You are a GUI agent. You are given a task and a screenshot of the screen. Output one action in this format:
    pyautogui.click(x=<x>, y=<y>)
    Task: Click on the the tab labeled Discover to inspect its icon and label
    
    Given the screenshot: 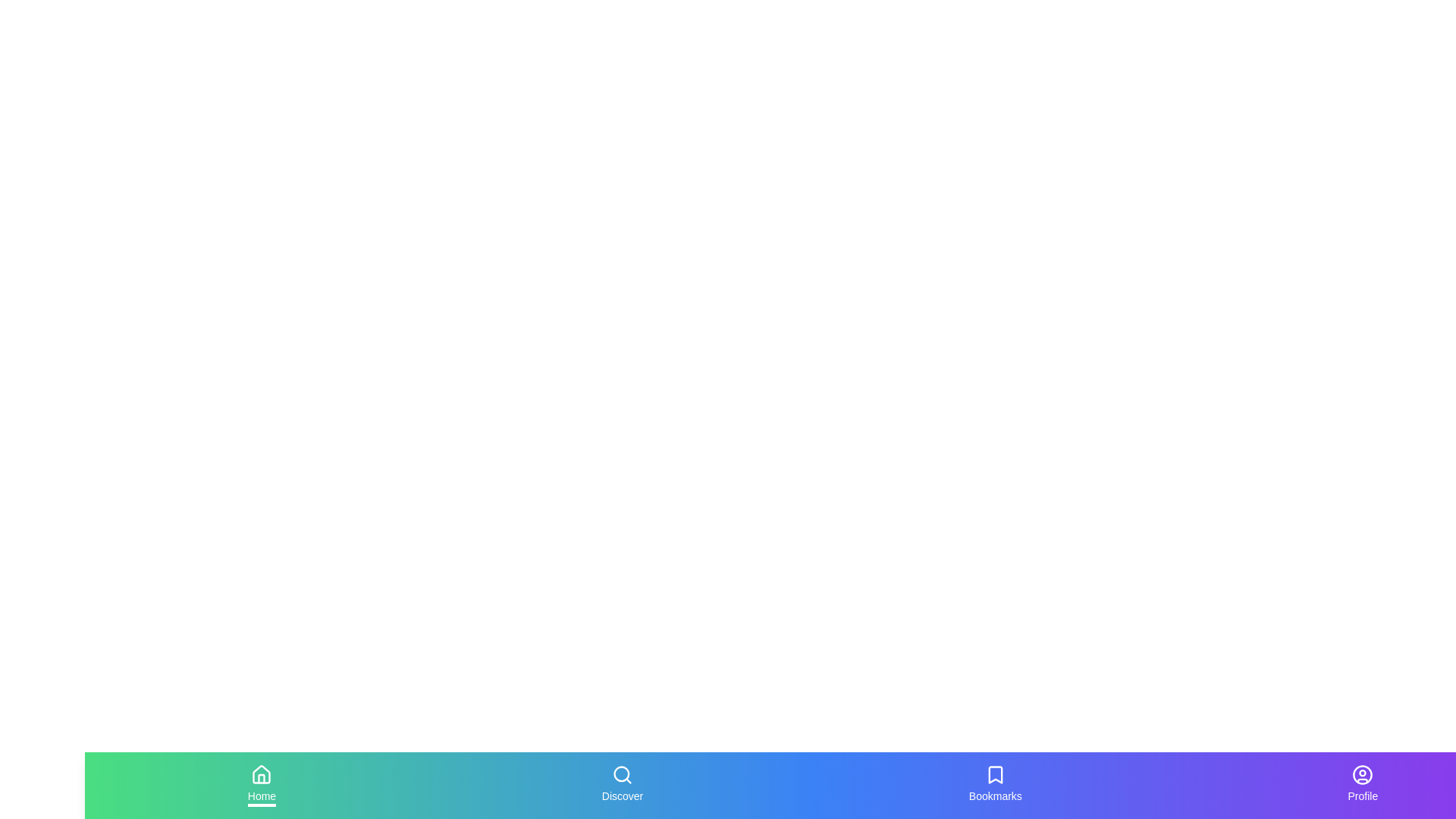 What is the action you would take?
    pyautogui.click(x=622, y=785)
    